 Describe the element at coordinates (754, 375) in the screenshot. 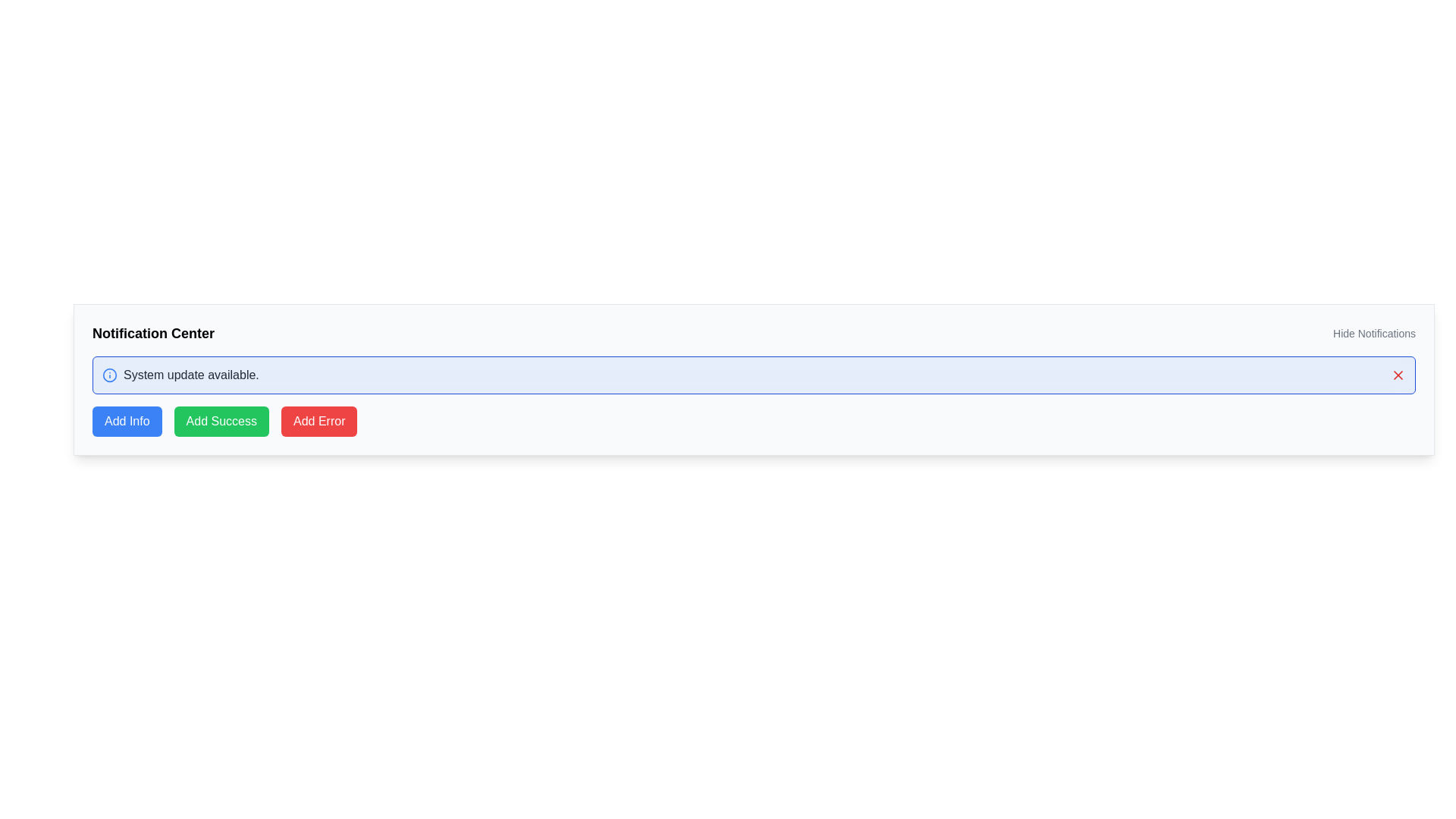

I see `the Notification banner that displays a system update message, located in the notification center panel below the title bar 'Notification Center'` at that location.